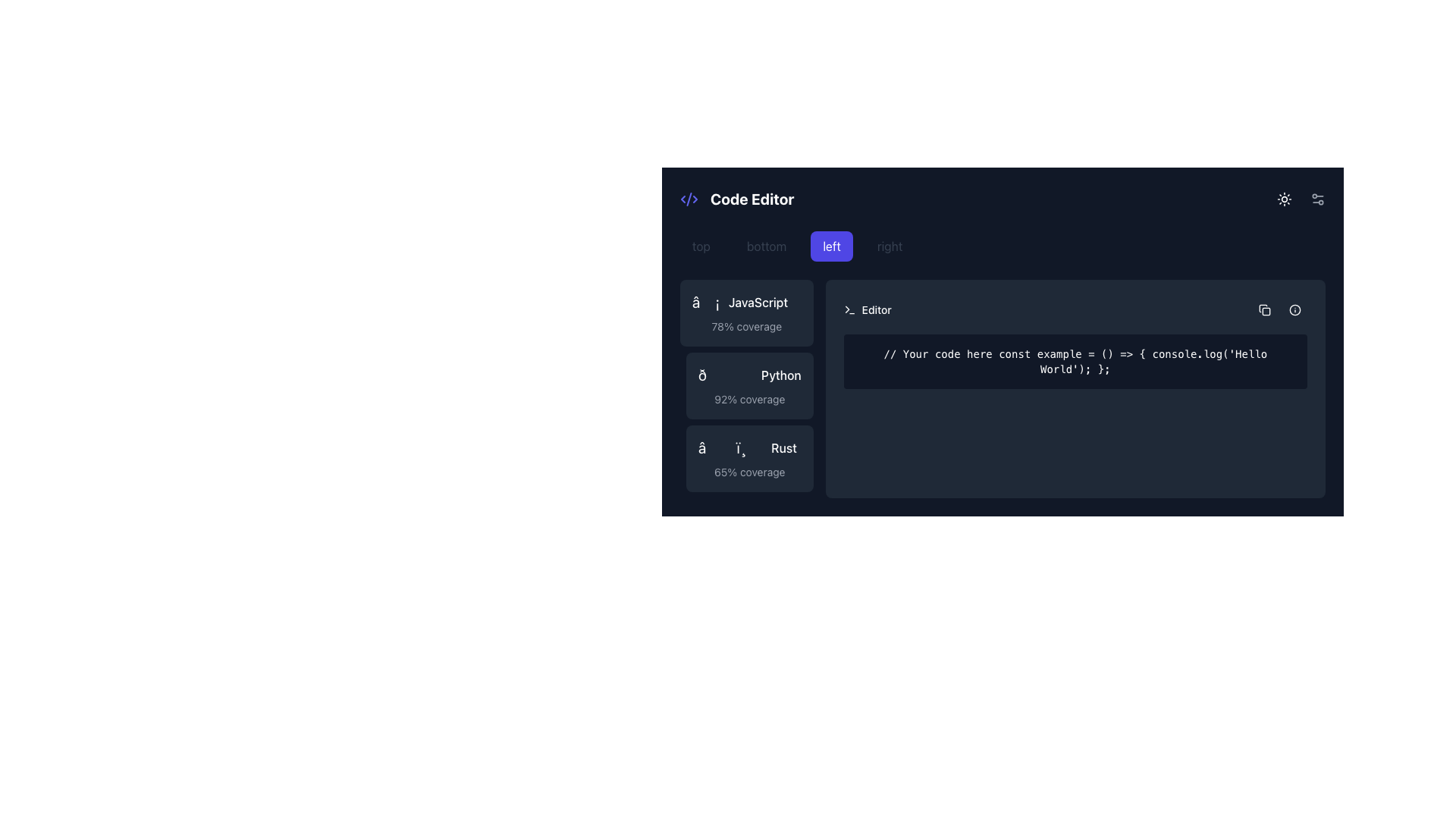 The width and height of the screenshot is (1456, 819). Describe the element at coordinates (758, 302) in the screenshot. I see `the text label that reads 'JavaScript', which is styled with a medium-weight font and is located within a dark-themed interface, accompanied by the symbol 'â' to its left` at that location.